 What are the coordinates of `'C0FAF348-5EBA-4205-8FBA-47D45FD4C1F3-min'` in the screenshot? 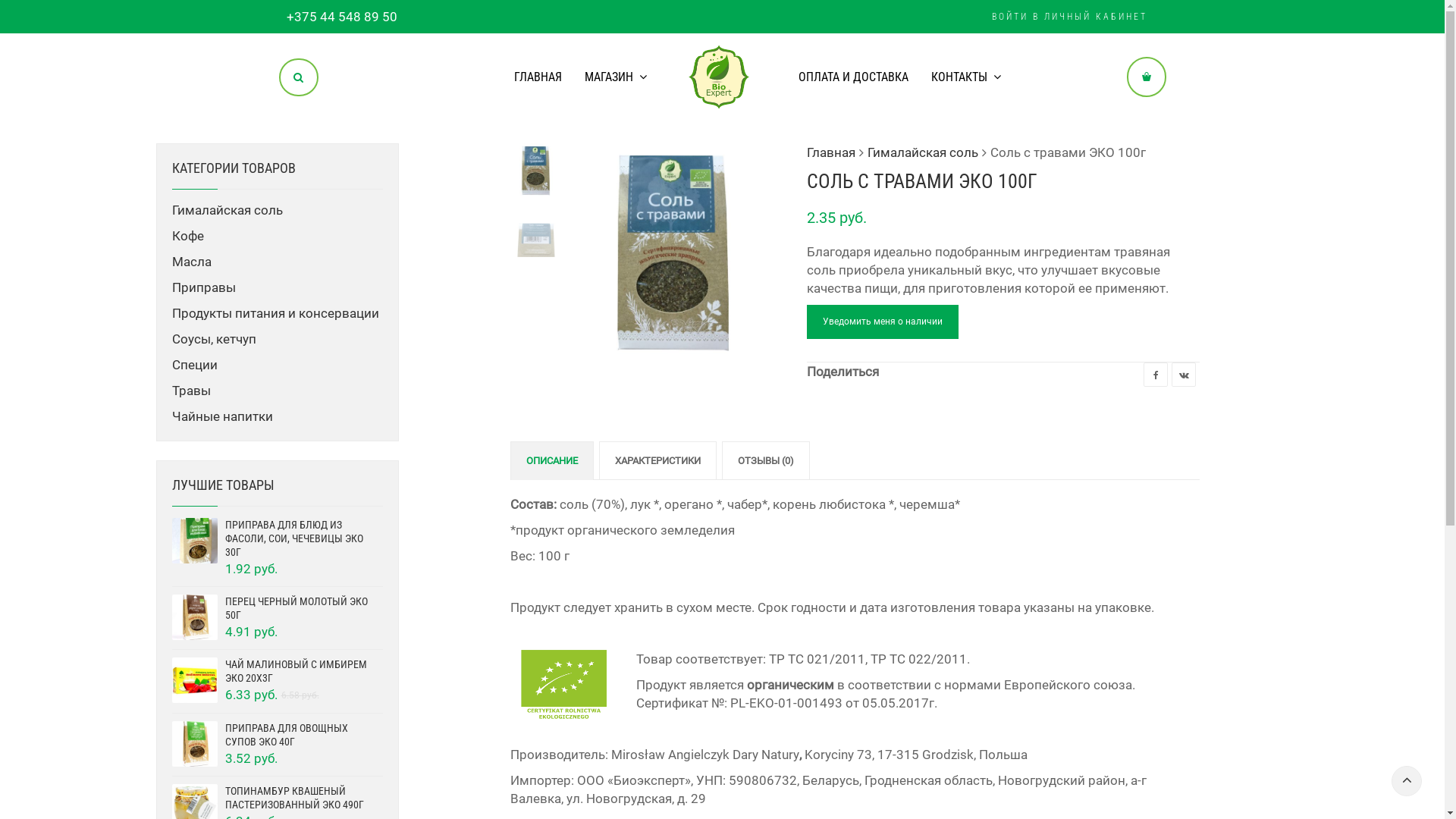 It's located at (890, 249).